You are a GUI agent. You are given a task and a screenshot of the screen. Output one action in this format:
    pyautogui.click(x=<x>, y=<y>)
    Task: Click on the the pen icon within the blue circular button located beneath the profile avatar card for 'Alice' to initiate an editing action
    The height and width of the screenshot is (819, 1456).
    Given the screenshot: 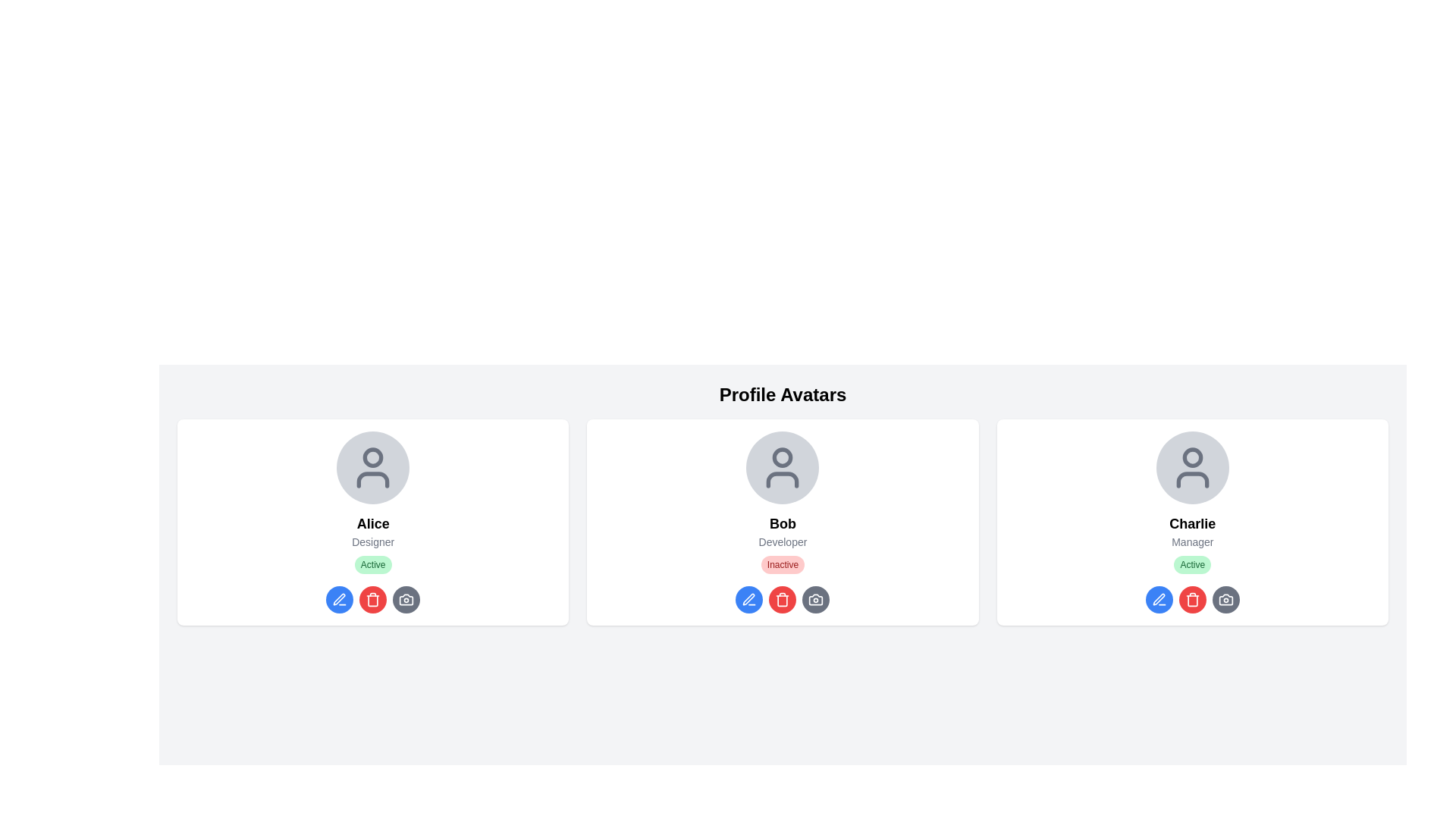 What is the action you would take?
    pyautogui.click(x=338, y=598)
    